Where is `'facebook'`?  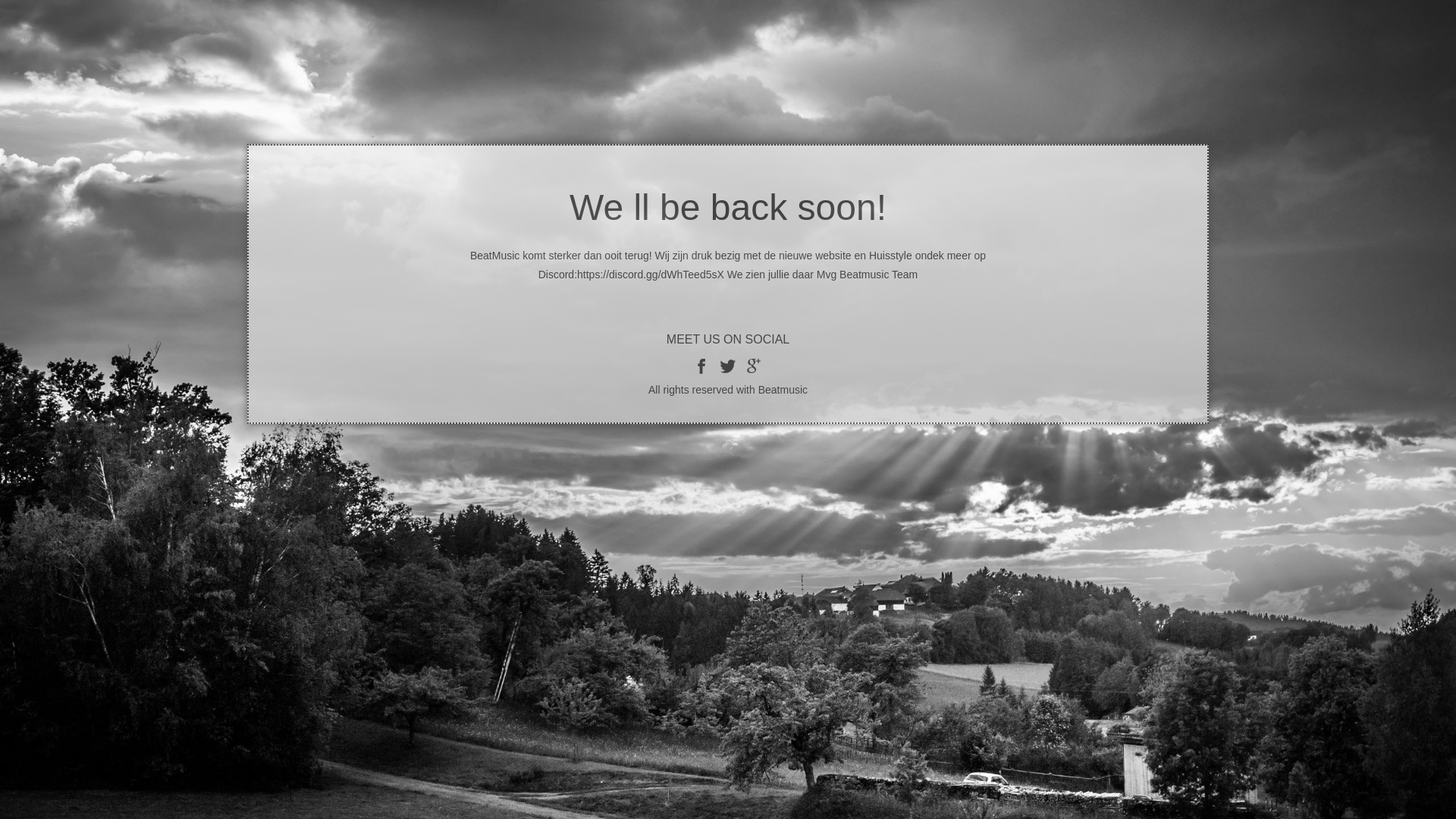
'facebook' is located at coordinates (728, 366).